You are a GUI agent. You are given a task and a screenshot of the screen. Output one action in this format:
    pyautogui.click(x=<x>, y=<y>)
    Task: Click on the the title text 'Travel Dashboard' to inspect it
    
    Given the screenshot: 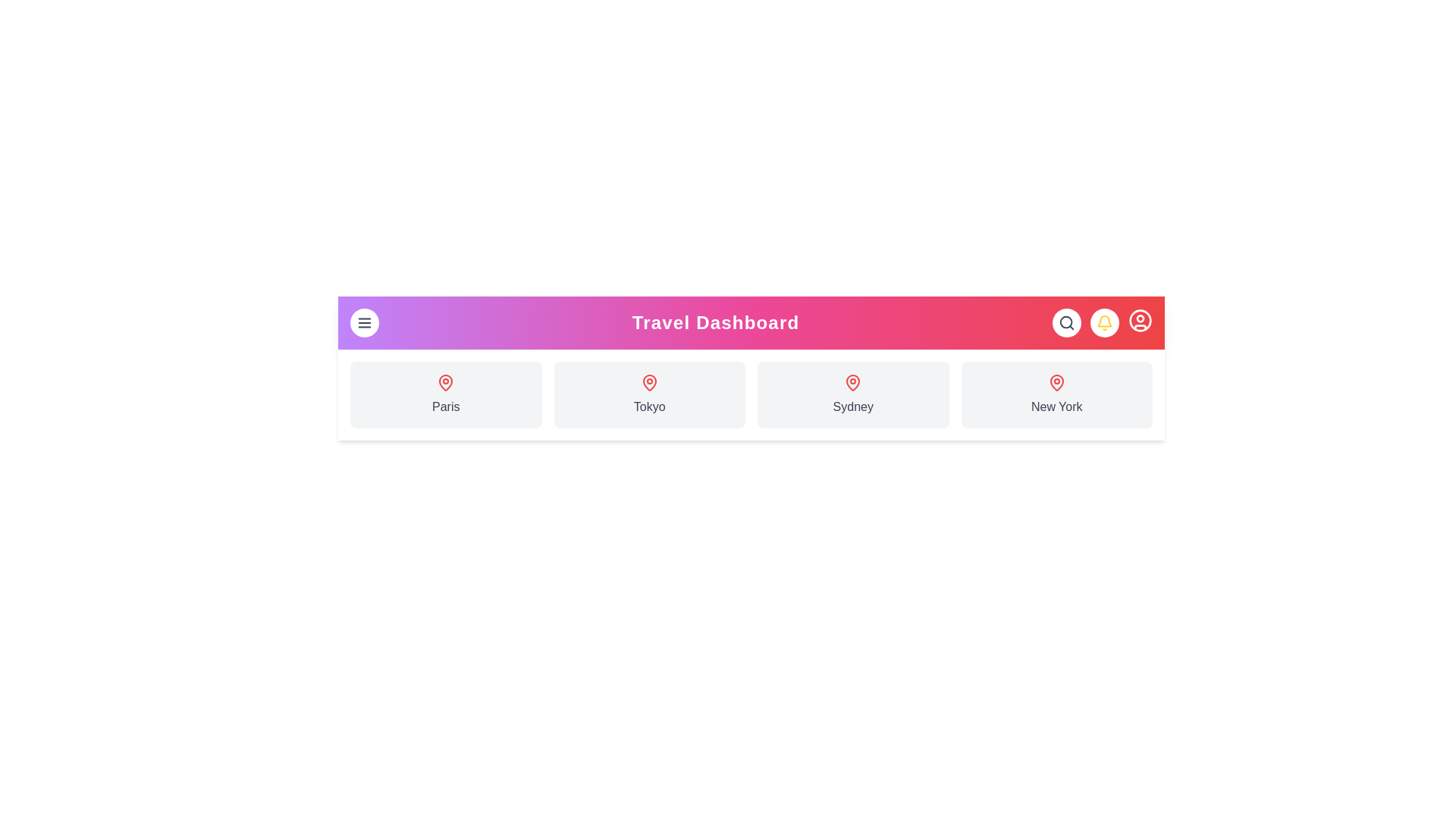 What is the action you would take?
    pyautogui.click(x=715, y=322)
    